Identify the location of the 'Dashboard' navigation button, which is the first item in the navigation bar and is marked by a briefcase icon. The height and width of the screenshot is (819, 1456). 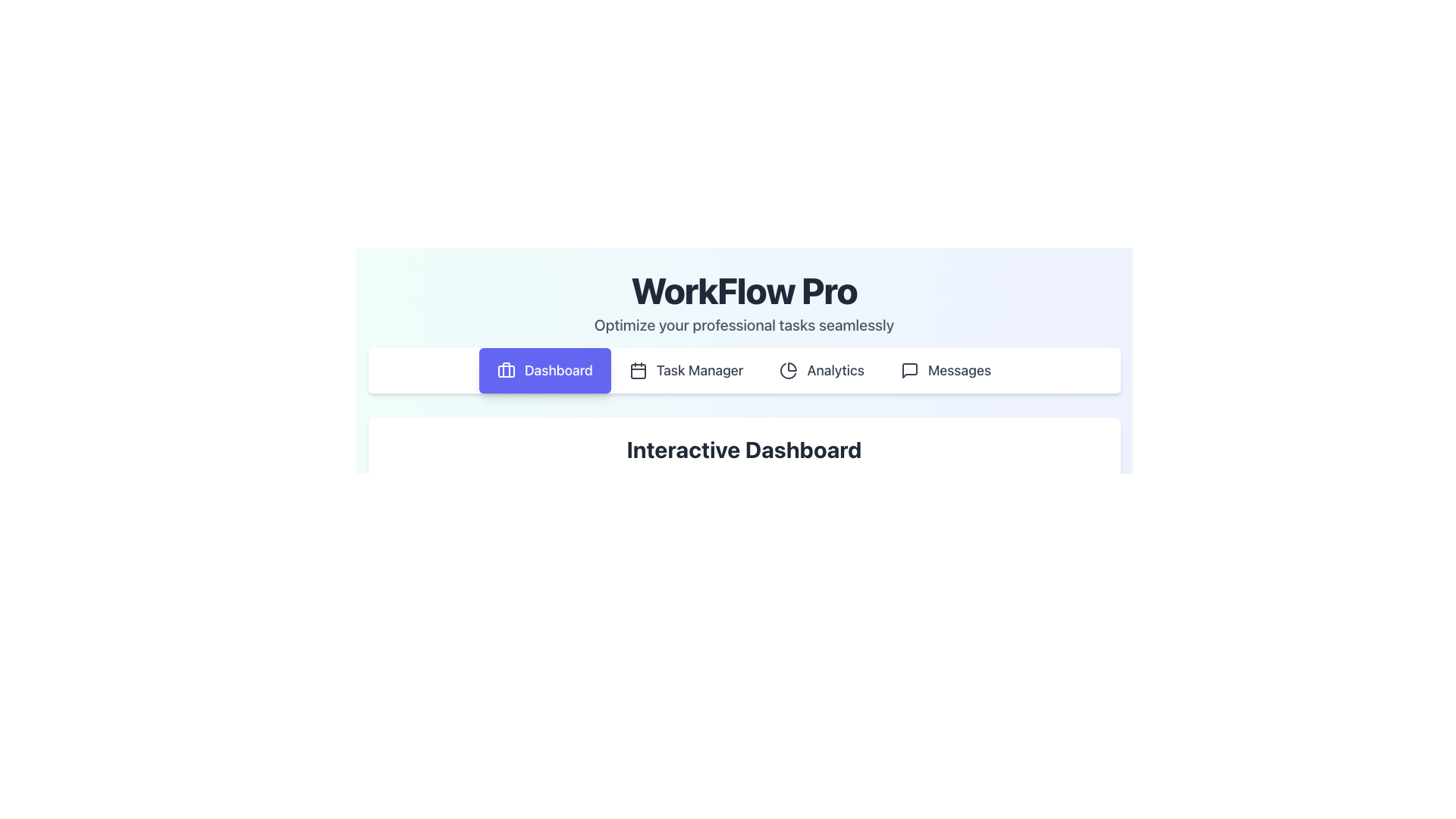
(544, 371).